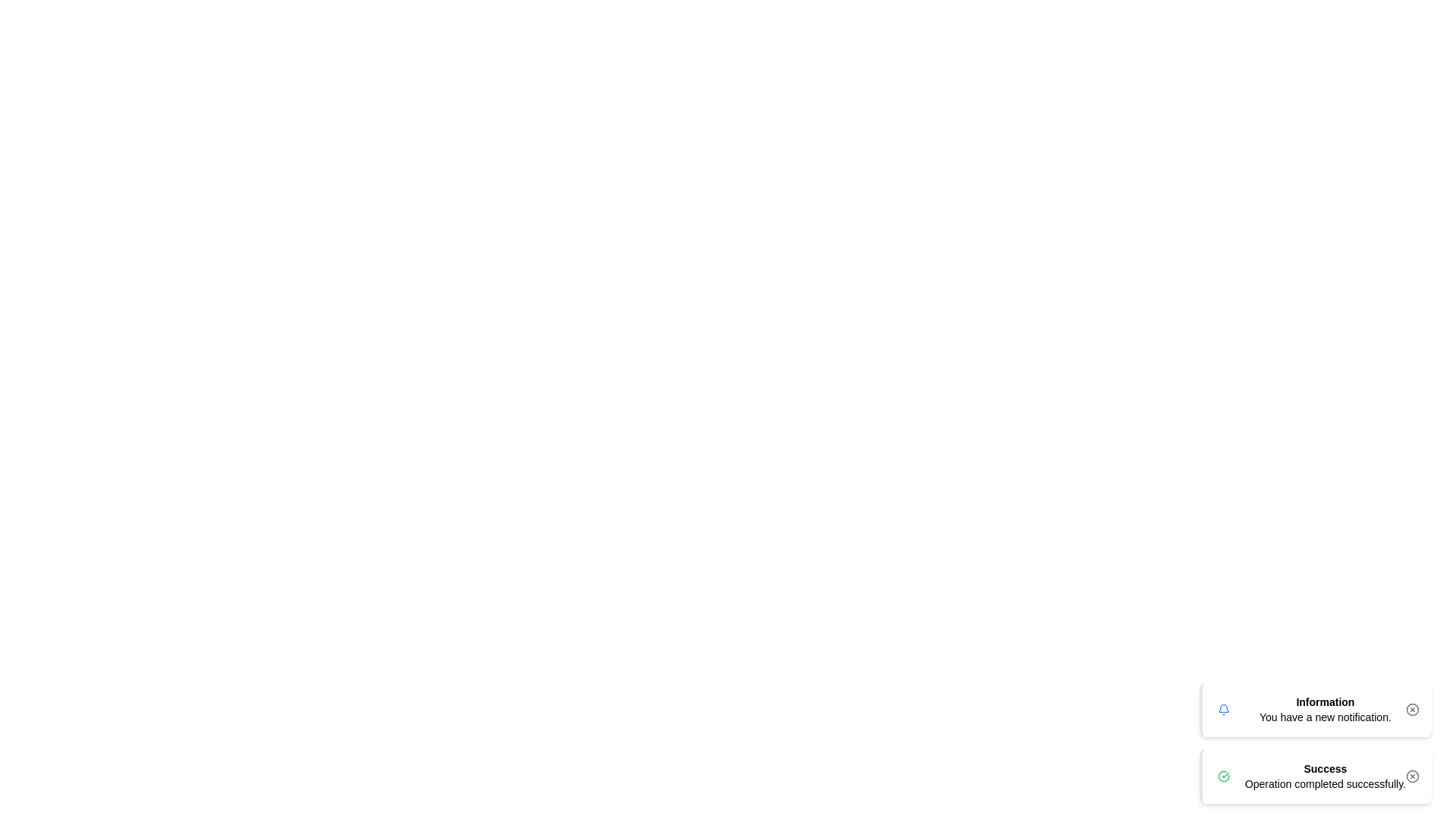 This screenshot has width=1456, height=819. I want to click on the circular SVG element that serves as part of the close or dismiss icon for the 'Success' notification box located in the lower-right portion, so click(1411, 776).